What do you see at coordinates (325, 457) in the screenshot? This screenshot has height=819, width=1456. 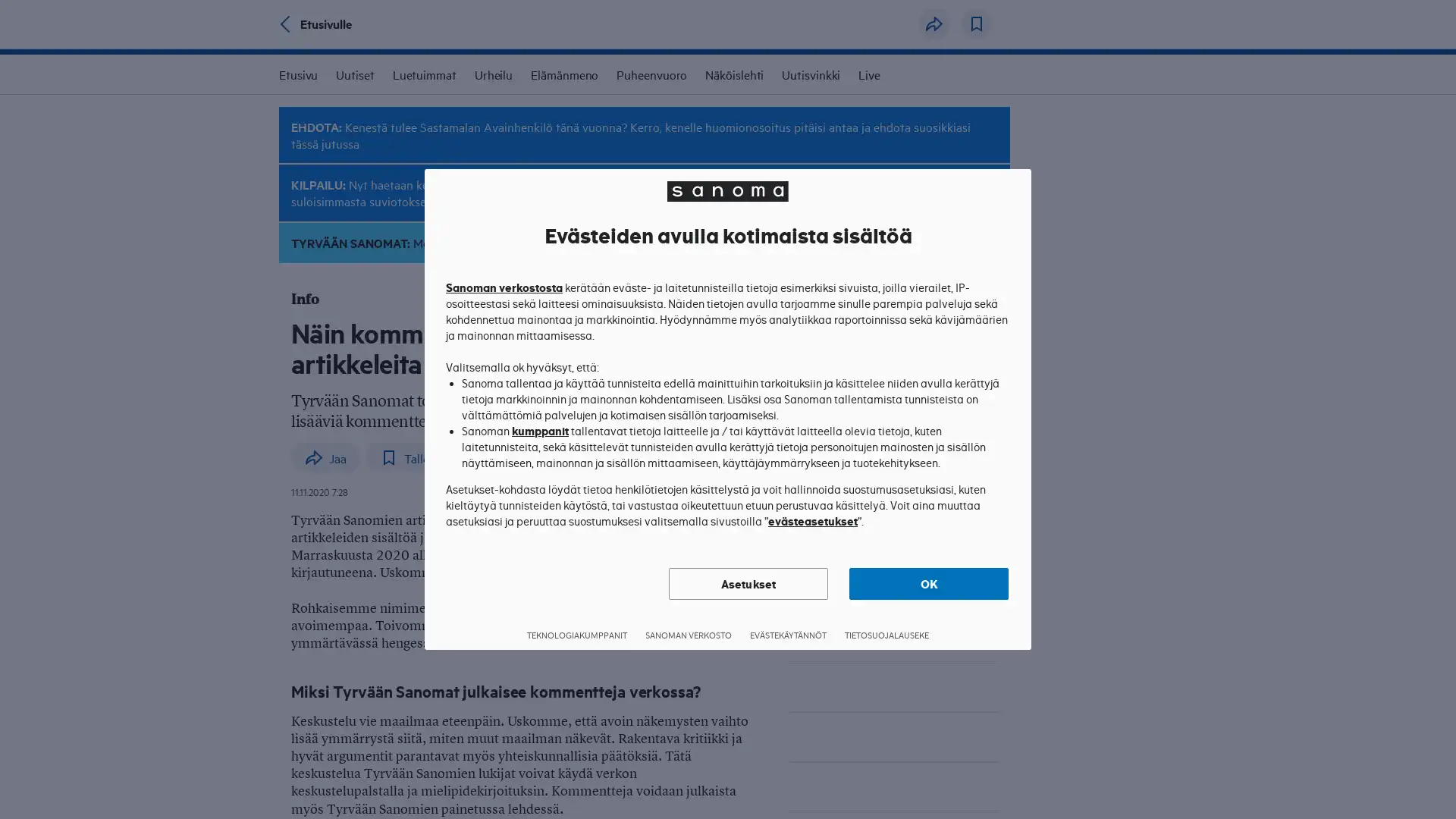 I see `Jaa` at bounding box center [325, 457].